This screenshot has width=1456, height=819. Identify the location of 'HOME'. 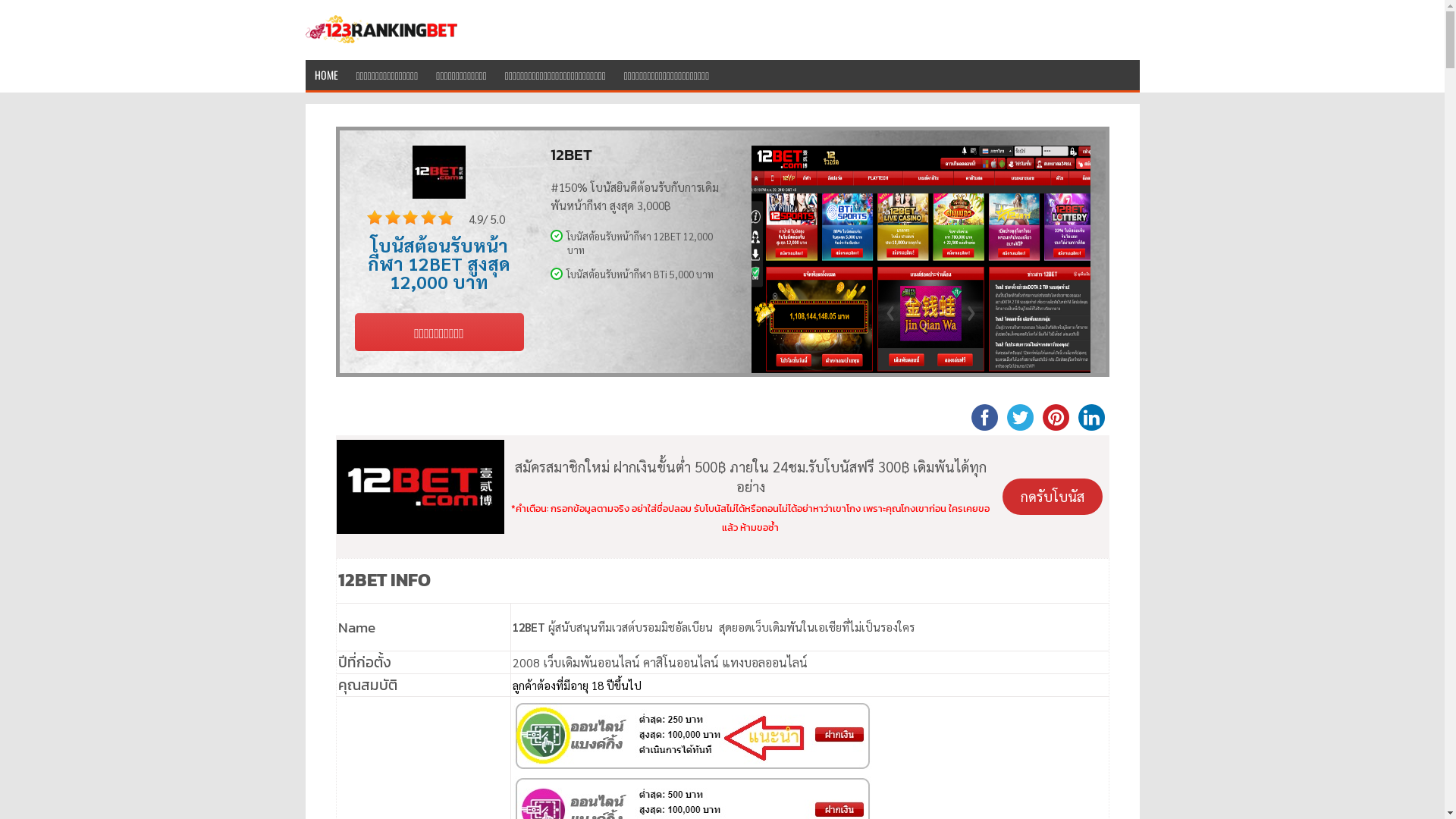
(325, 74).